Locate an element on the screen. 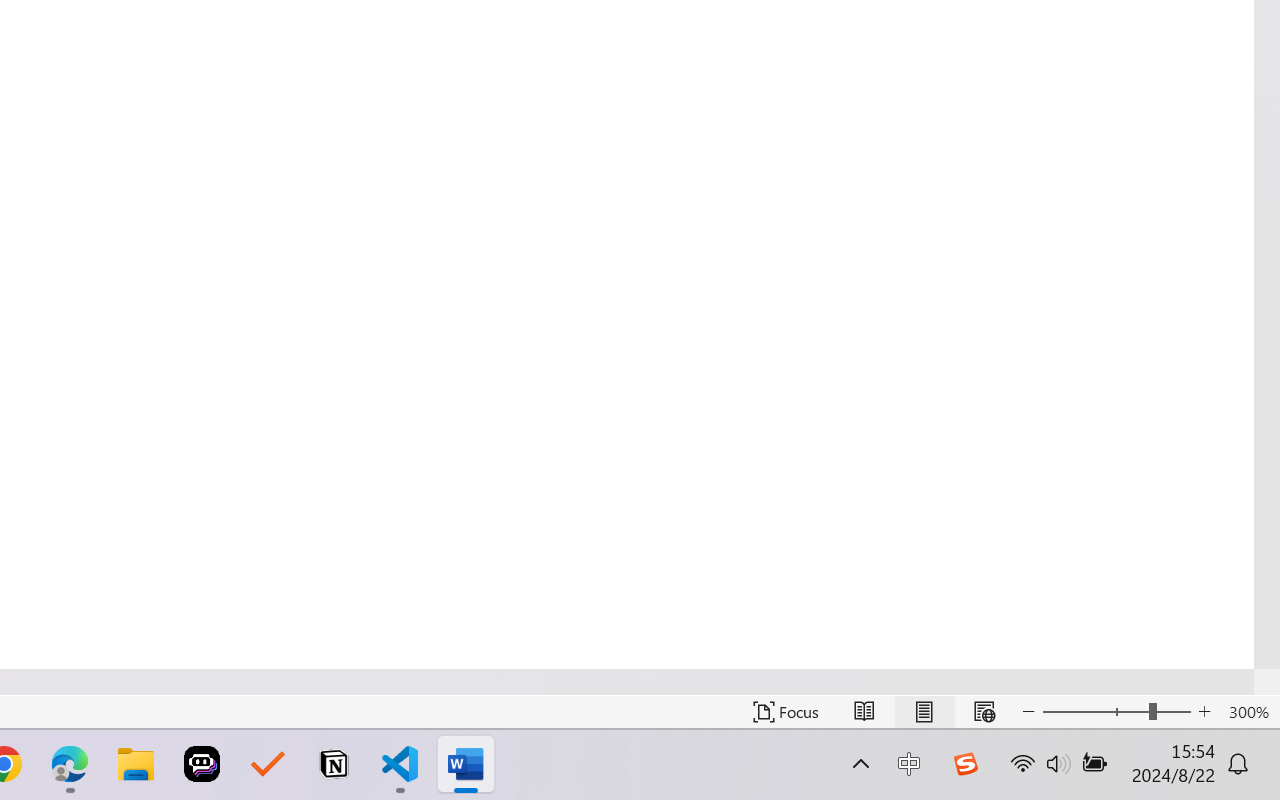 The height and width of the screenshot is (800, 1280). 'Read Mode' is located at coordinates (864, 711).